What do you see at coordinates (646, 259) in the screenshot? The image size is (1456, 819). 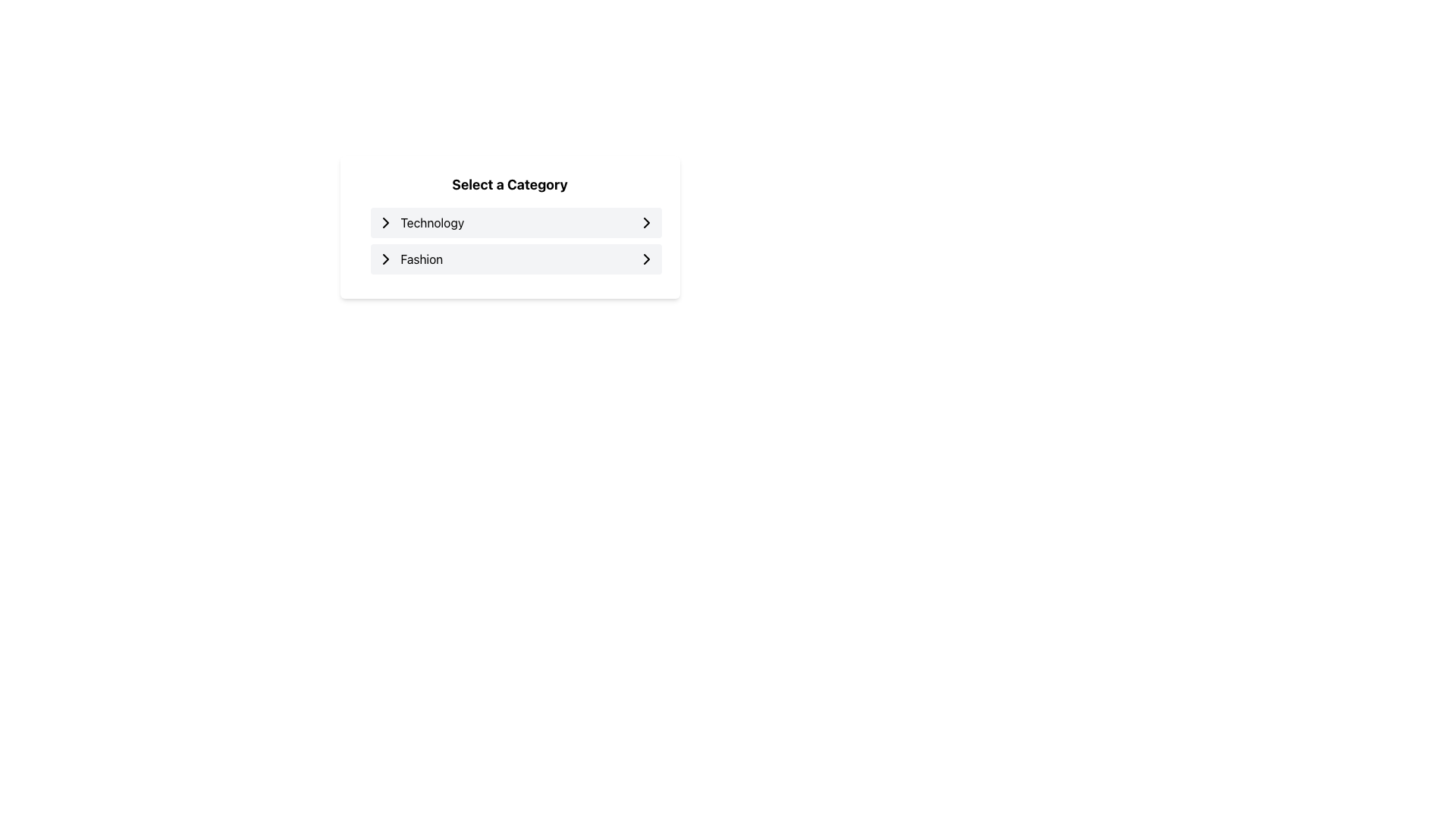 I see `the chevron right icon next to the 'Fashion' label` at bounding box center [646, 259].